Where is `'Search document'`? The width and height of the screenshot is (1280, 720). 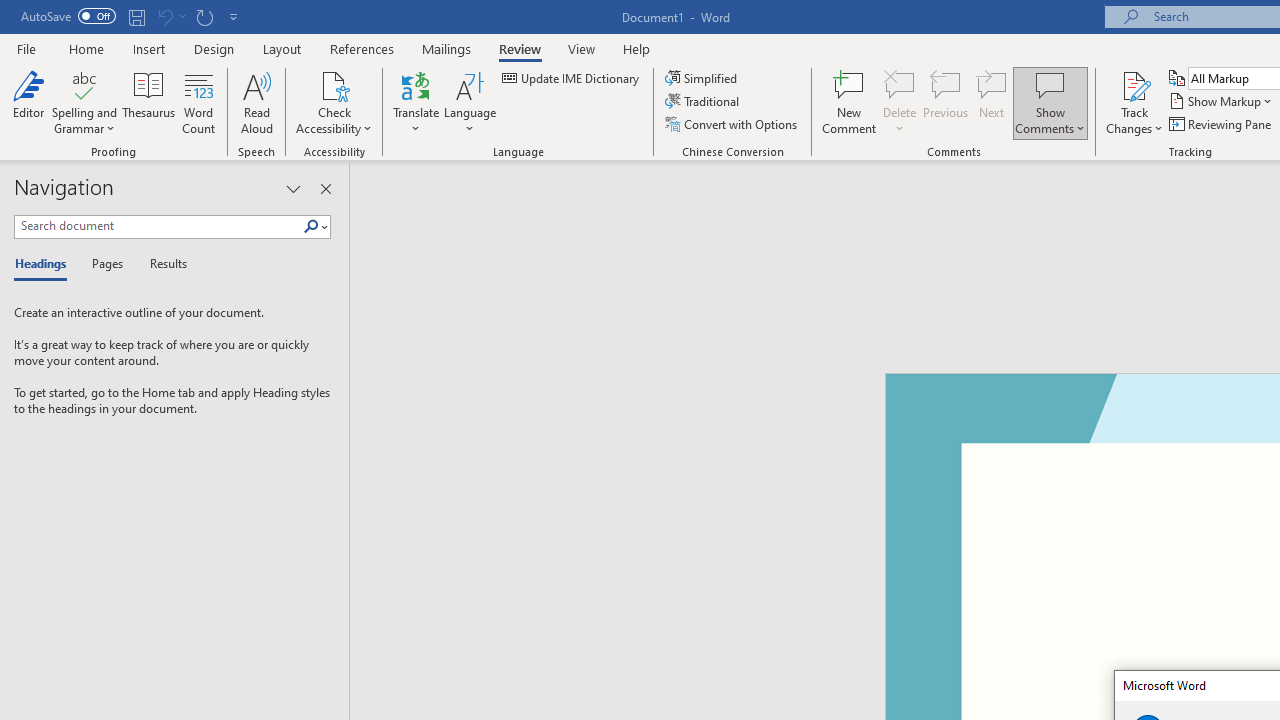 'Search document' is located at coordinates (157, 225).